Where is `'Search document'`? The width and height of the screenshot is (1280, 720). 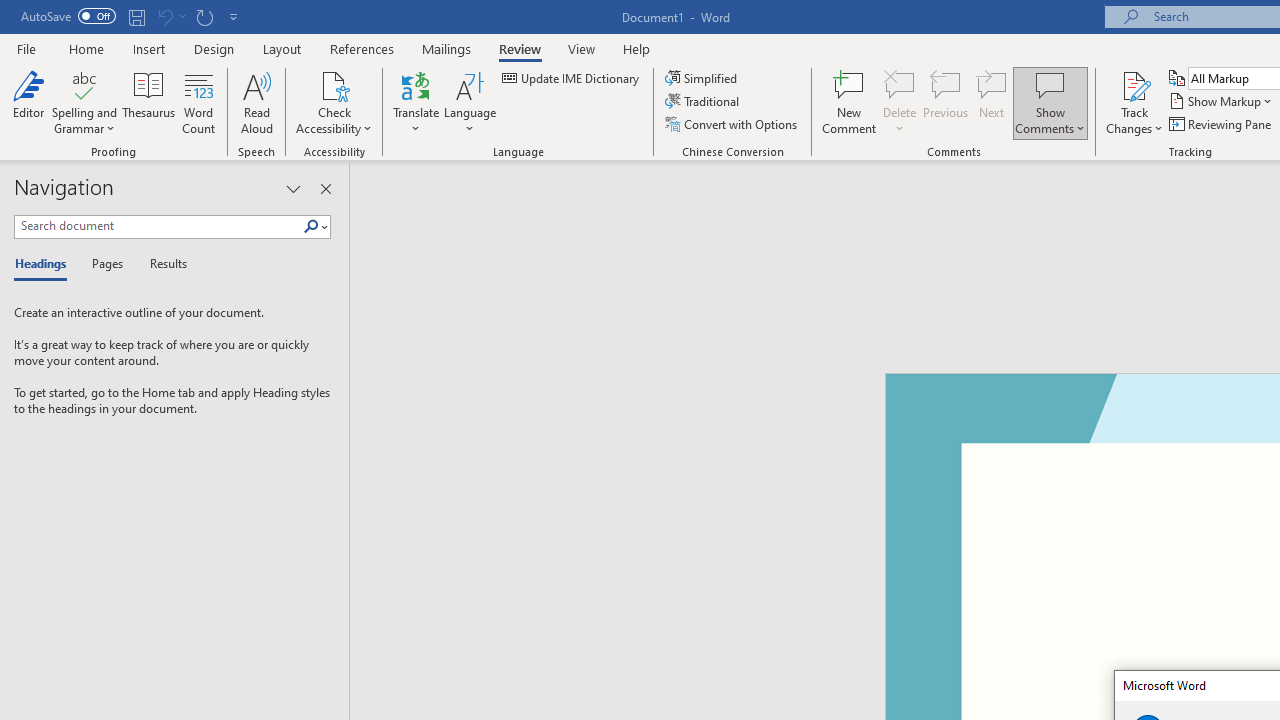 'Search document' is located at coordinates (157, 225).